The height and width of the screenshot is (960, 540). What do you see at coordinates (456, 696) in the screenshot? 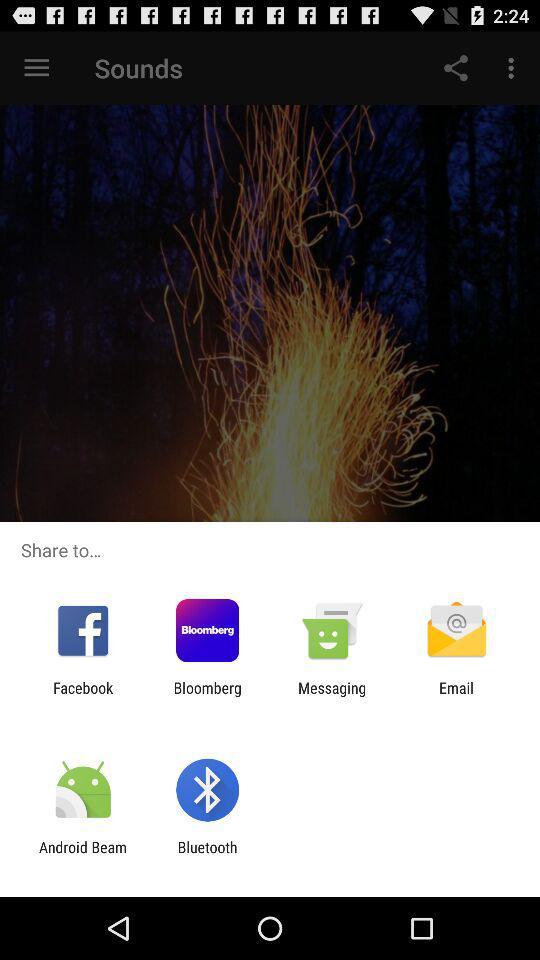
I see `the icon next to the messaging item` at bounding box center [456, 696].